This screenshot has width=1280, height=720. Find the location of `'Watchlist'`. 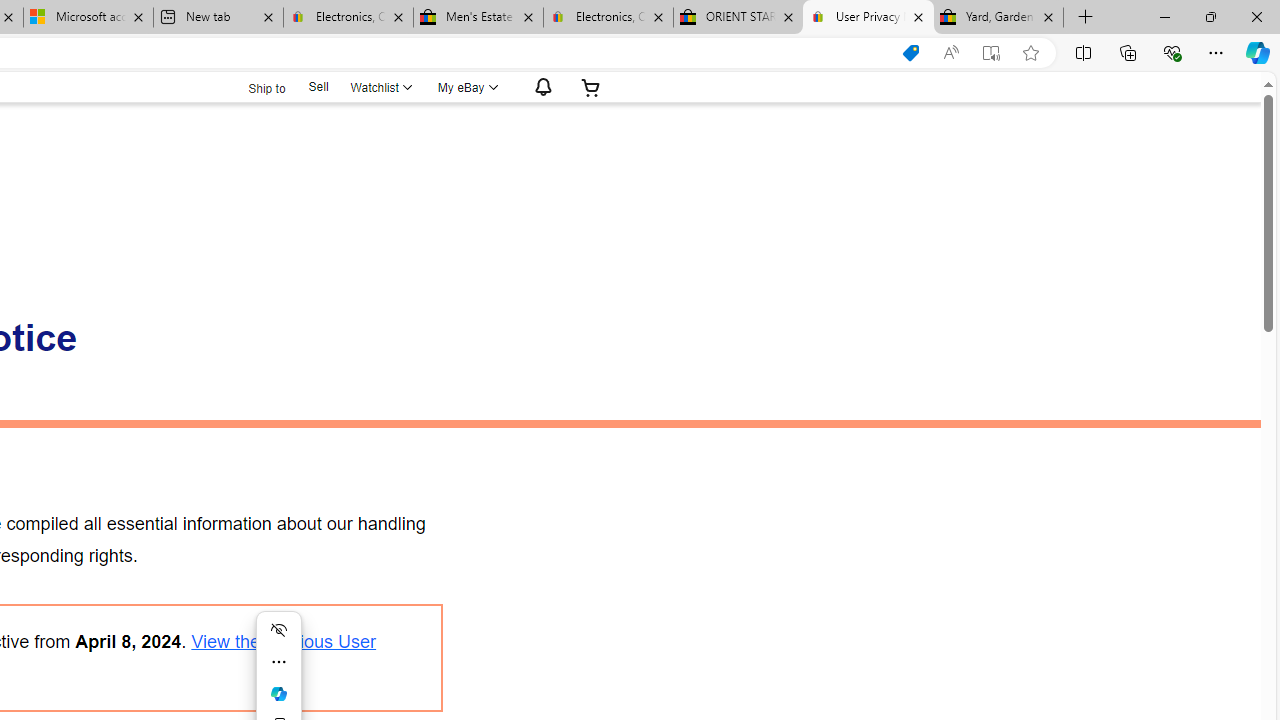

'Watchlist' is located at coordinates (380, 86).